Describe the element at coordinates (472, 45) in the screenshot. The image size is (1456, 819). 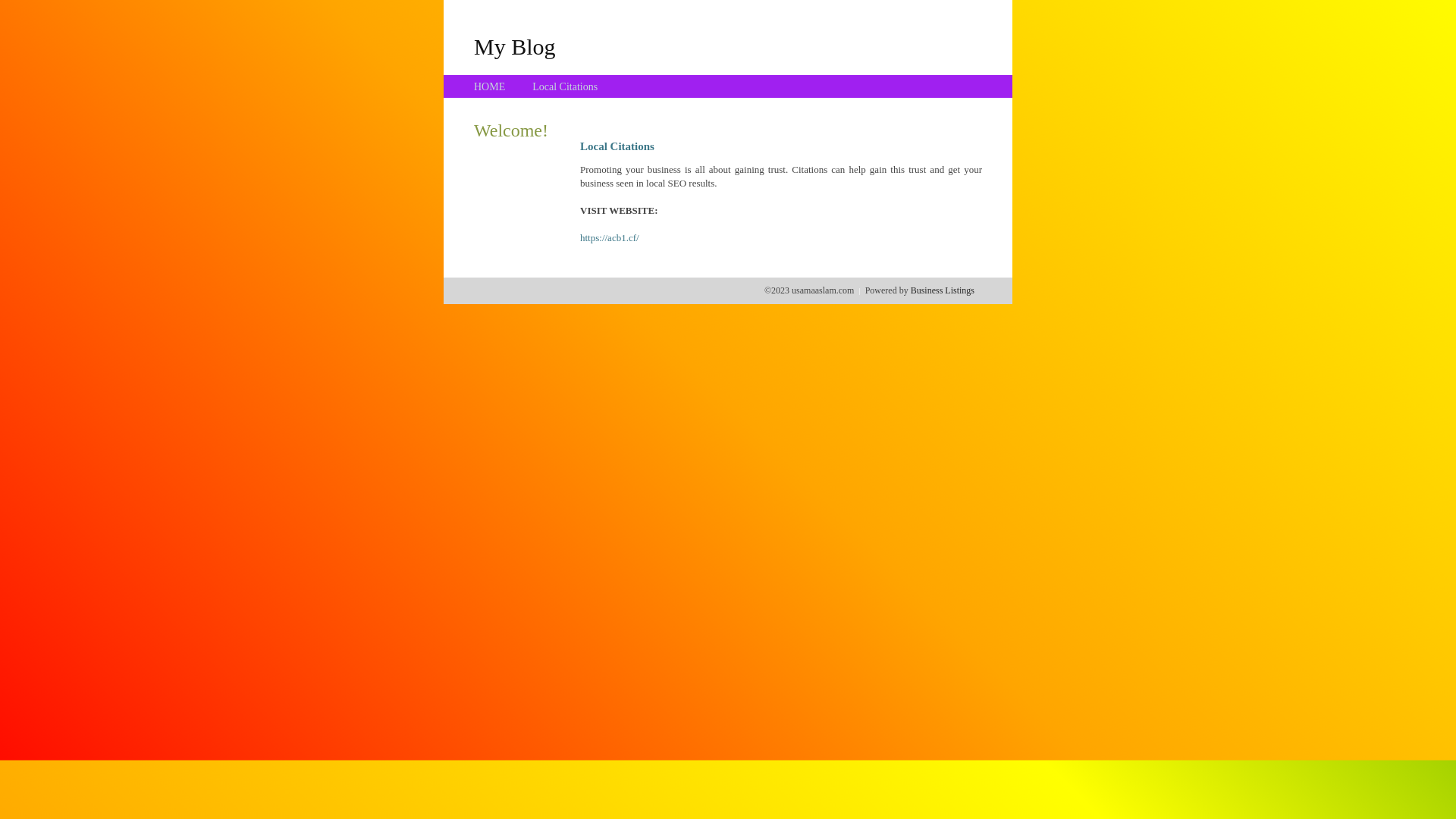
I see `'My Blog'` at that location.